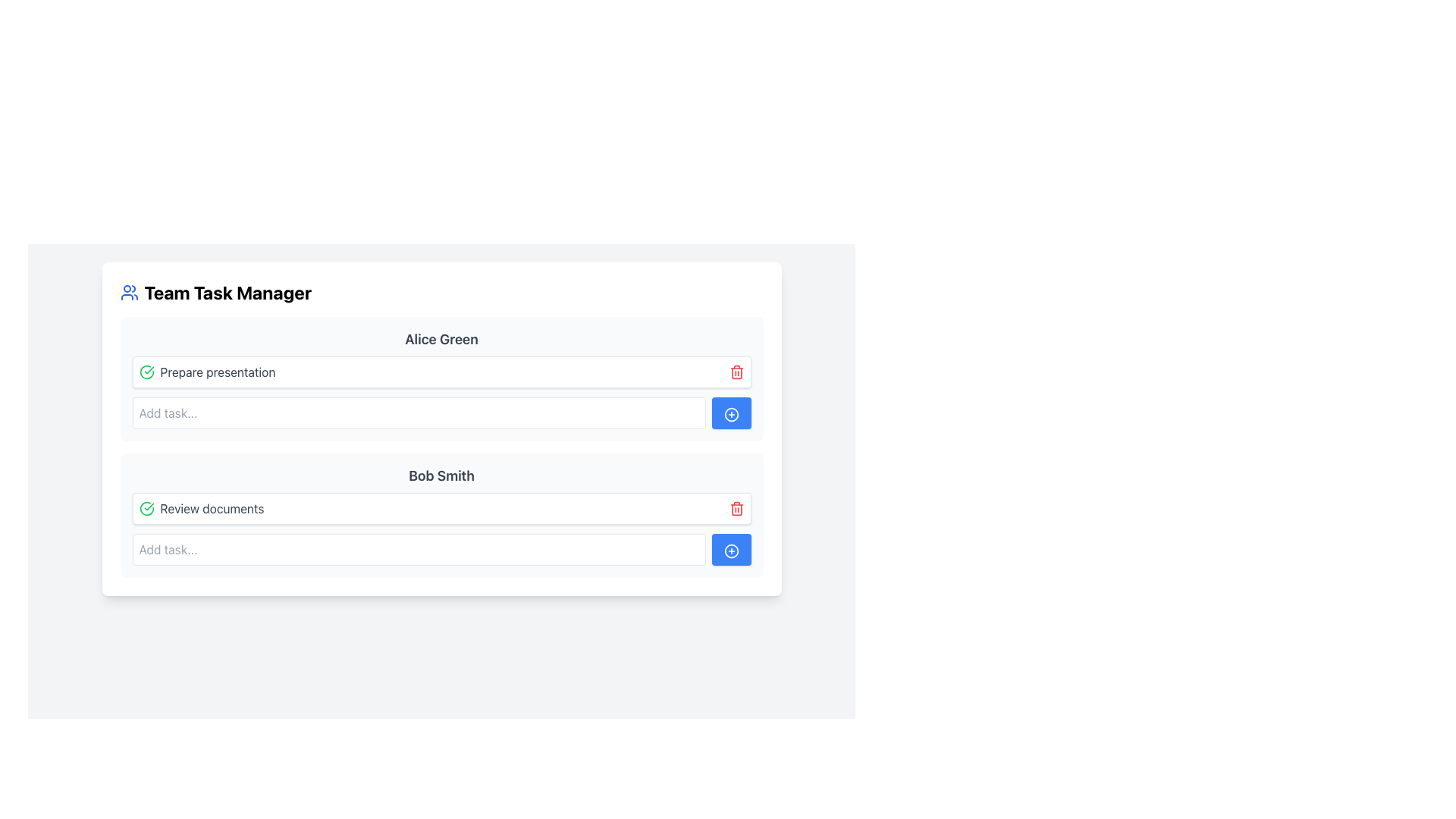  Describe the element at coordinates (441, 372) in the screenshot. I see `the first task item under the 'Alice Green' section` at that location.